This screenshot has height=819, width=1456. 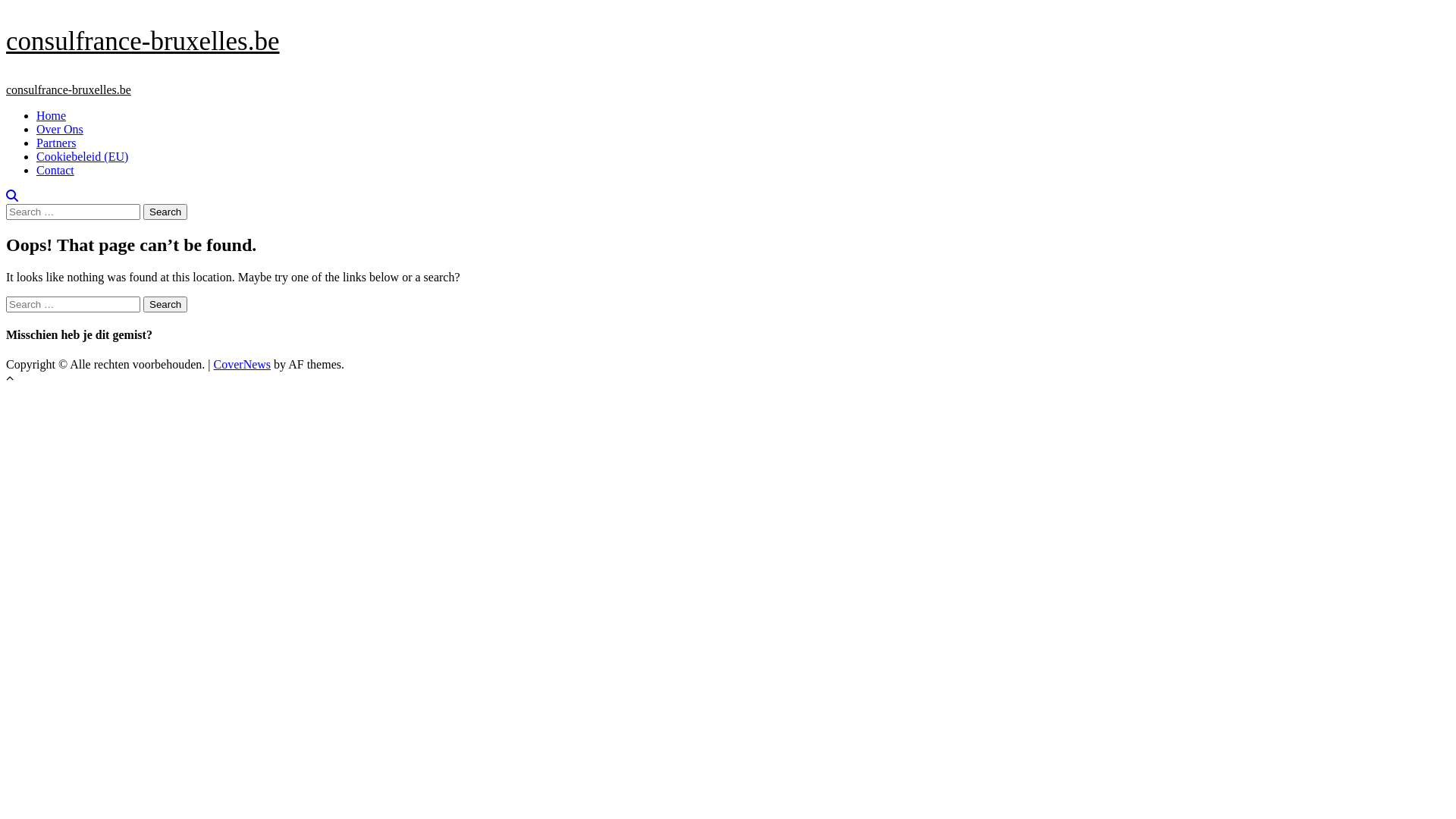 What do you see at coordinates (6, 40) in the screenshot?
I see `'consulfrance-bruxelles.be'` at bounding box center [6, 40].